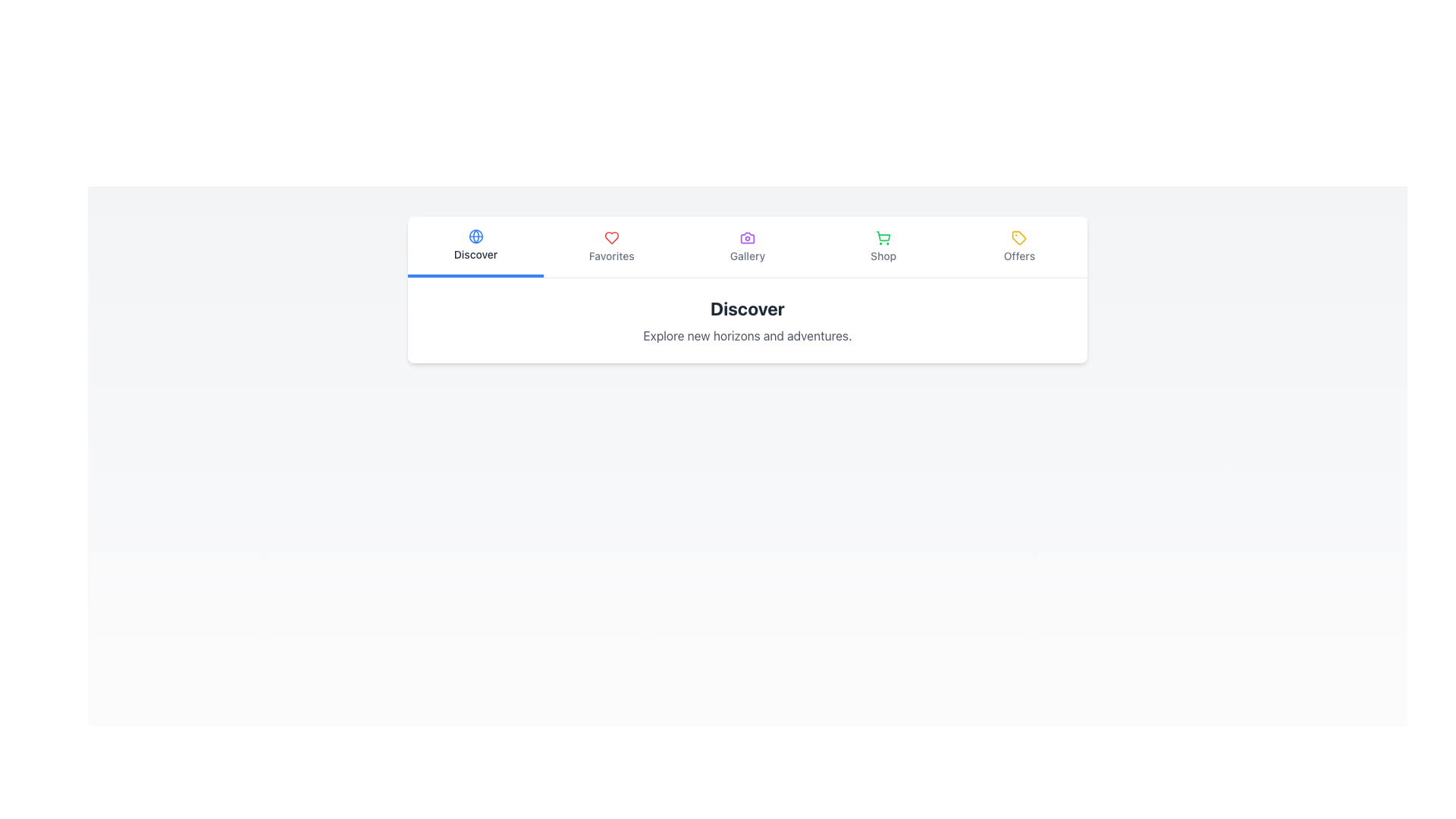  I want to click on the 'Offers' menu icon, which is positioned to the far-right in the navigation bar above the text 'Offers', so click(1019, 237).